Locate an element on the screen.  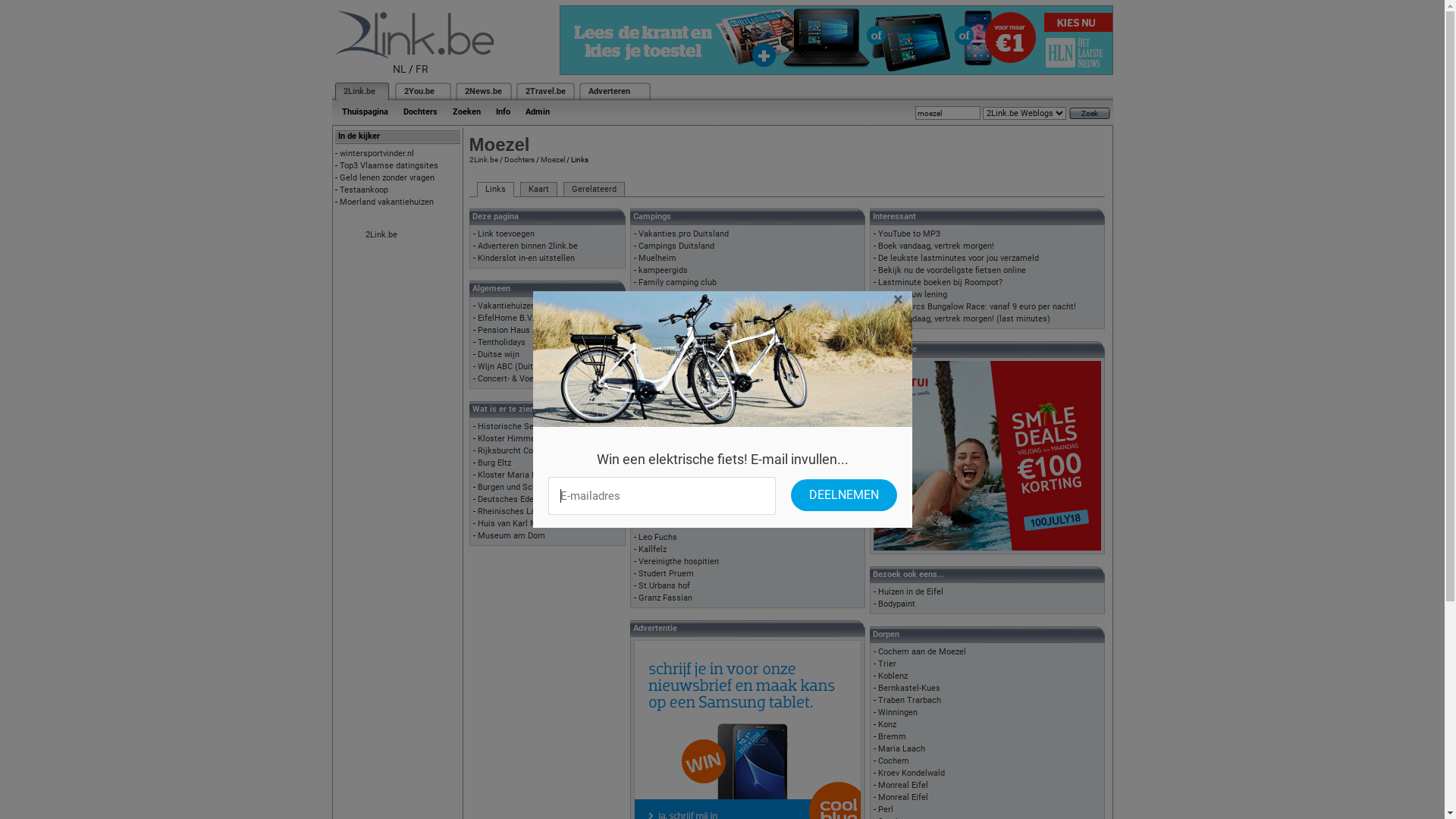
'Lastminute boeken bij Roompot?' is located at coordinates (939, 282).